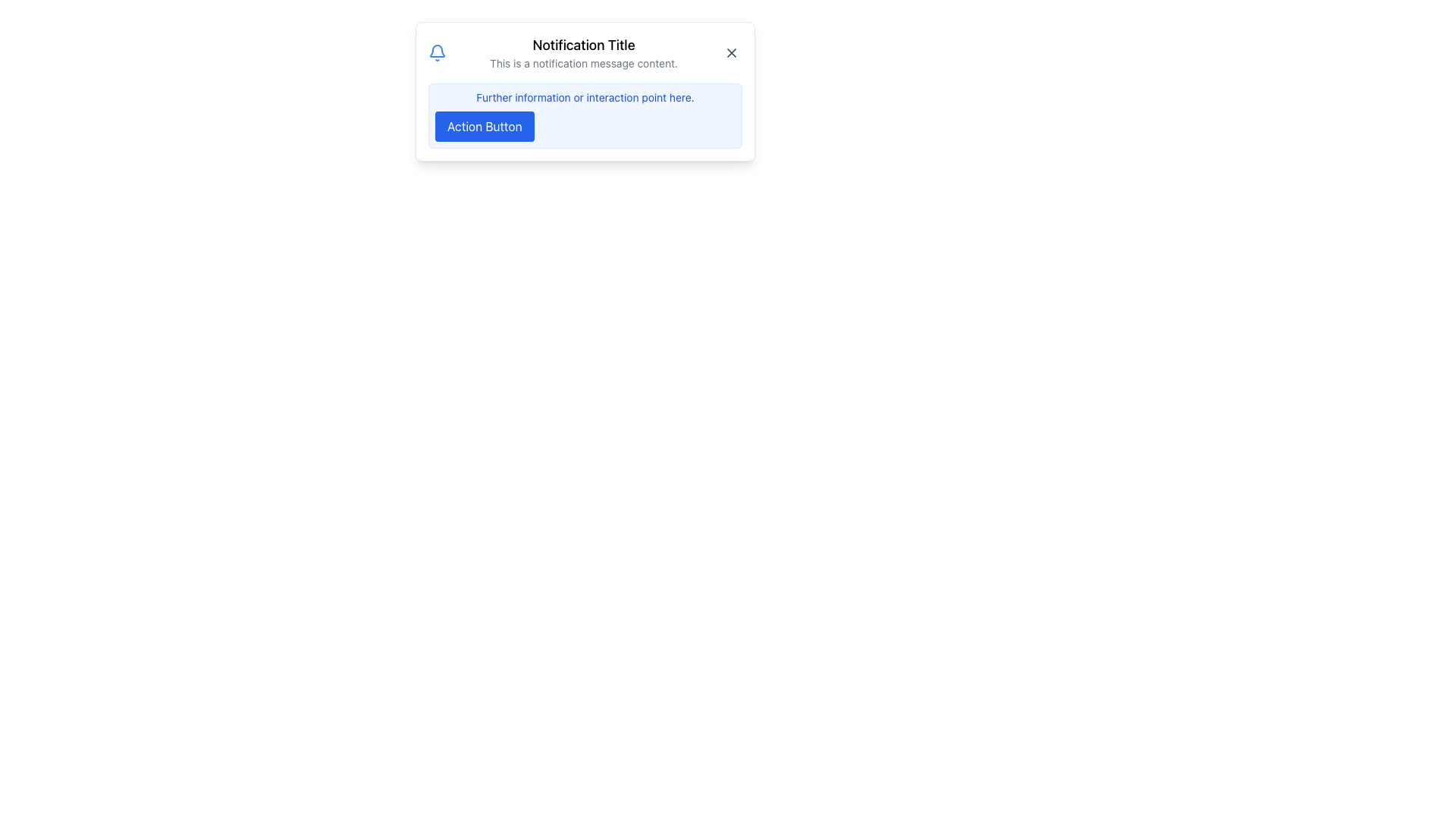 The width and height of the screenshot is (1456, 819). Describe the element at coordinates (585, 52) in the screenshot. I see `the Notification Header which includes a bell icon, bold title 'Notification Title', descriptive text, and an 'X' close button` at that location.